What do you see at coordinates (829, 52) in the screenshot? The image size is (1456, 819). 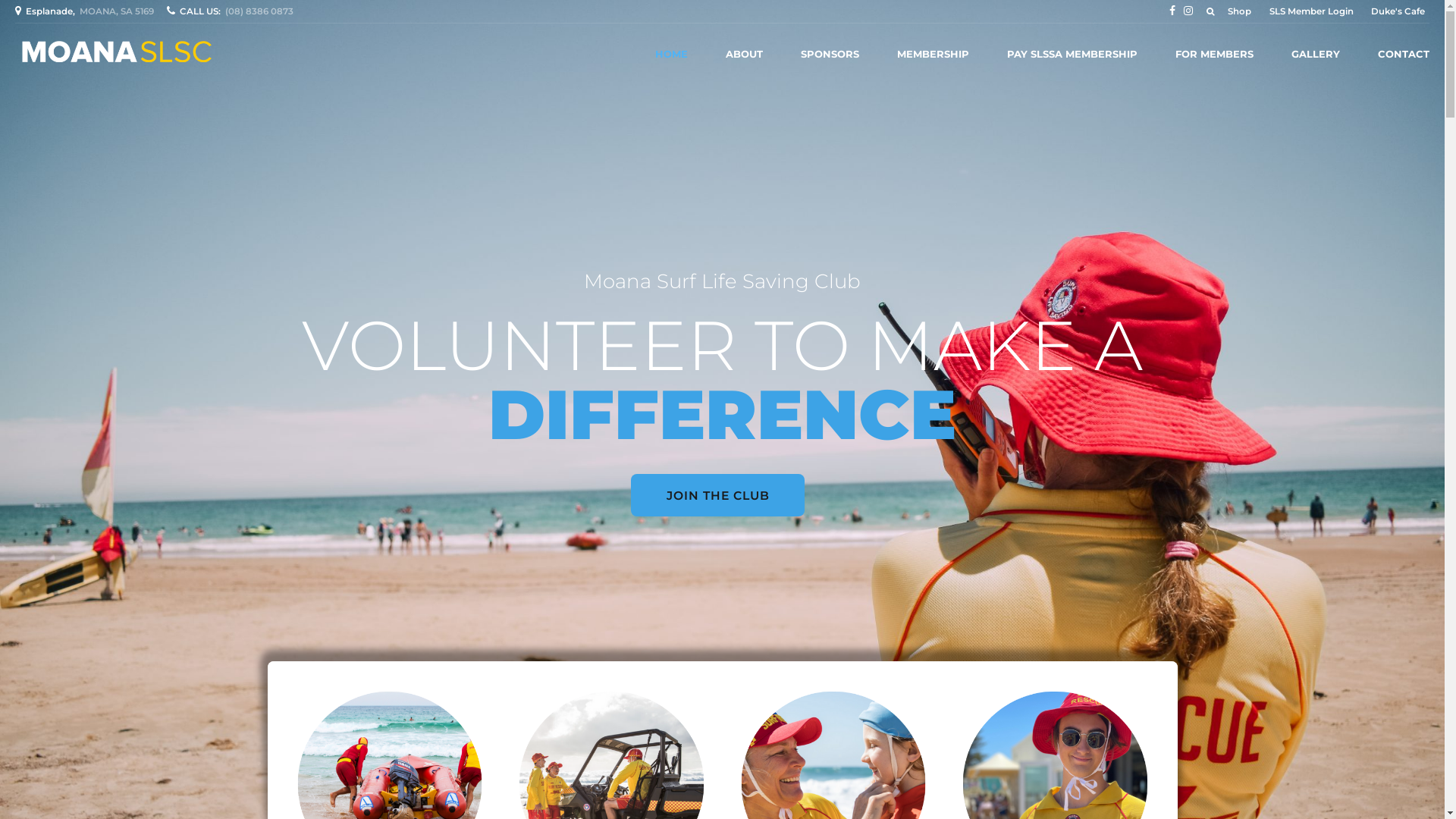 I see `'SPONSORS'` at bounding box center [829, 52].